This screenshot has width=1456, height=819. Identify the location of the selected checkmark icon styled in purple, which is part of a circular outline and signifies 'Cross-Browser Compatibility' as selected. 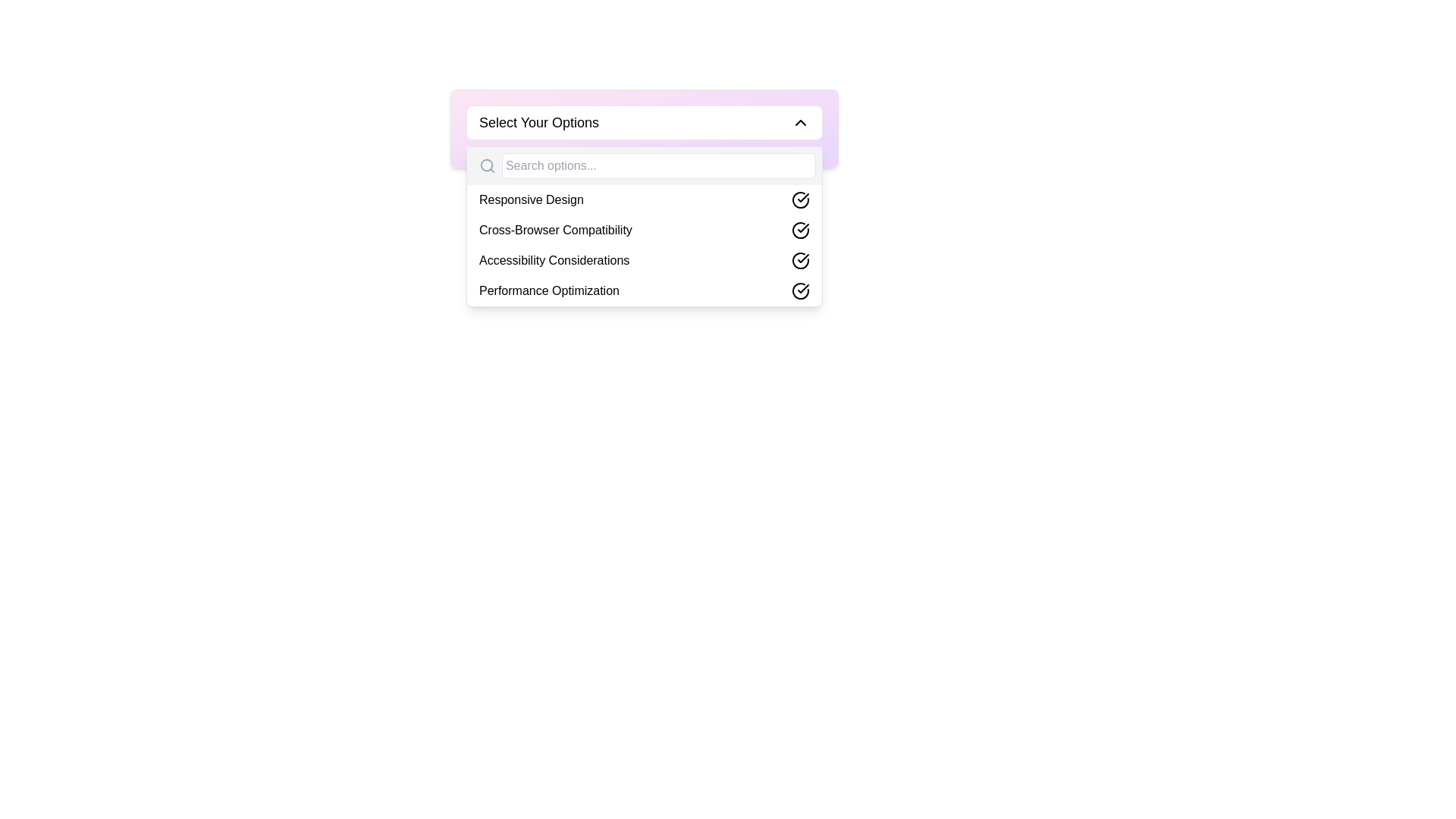
(800, 231).